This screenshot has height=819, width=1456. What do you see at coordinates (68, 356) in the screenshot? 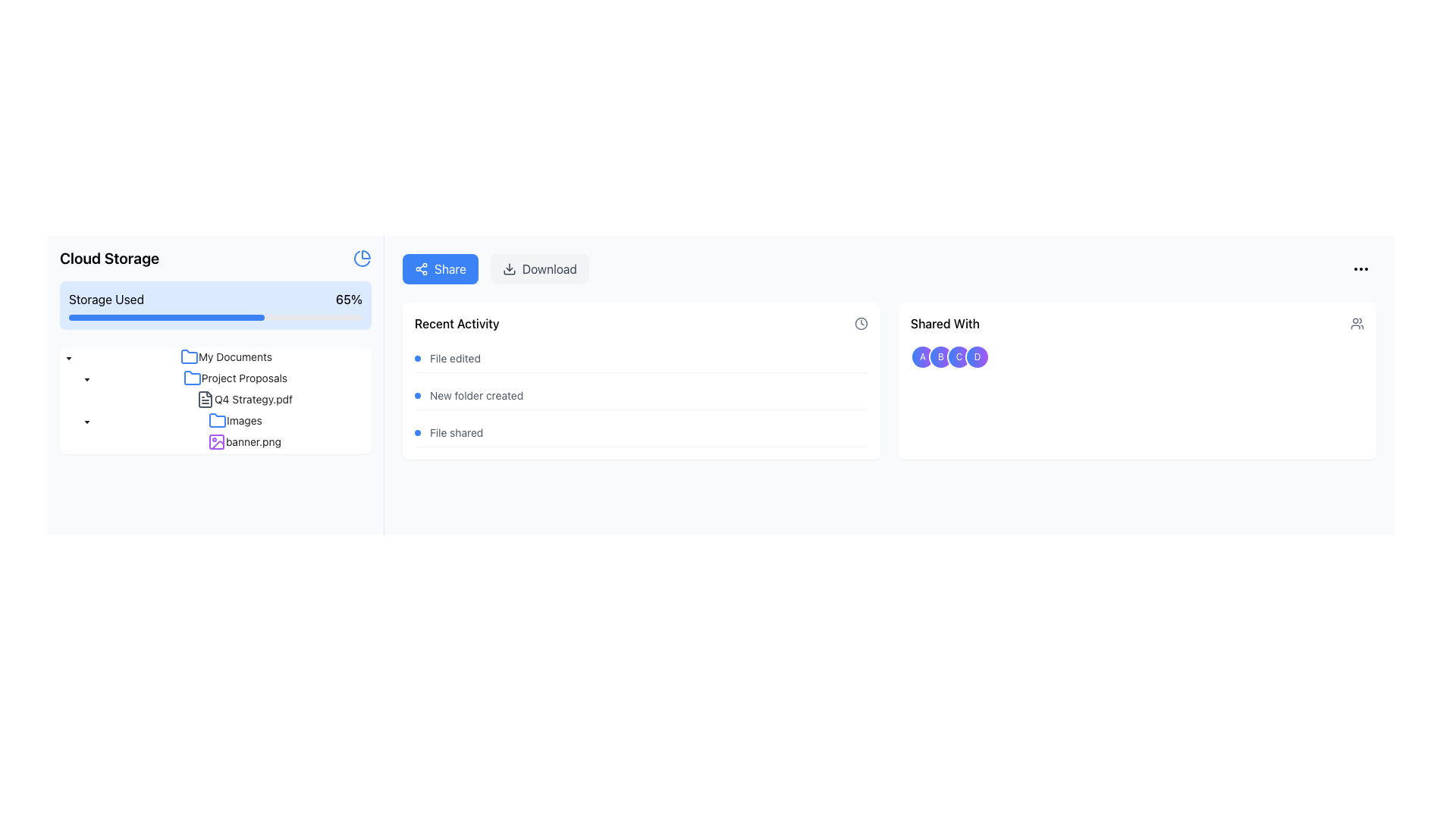
I see `the Toggle button located next to the 'My Documents' item in the left side panel` at bounding box center [68, 356].